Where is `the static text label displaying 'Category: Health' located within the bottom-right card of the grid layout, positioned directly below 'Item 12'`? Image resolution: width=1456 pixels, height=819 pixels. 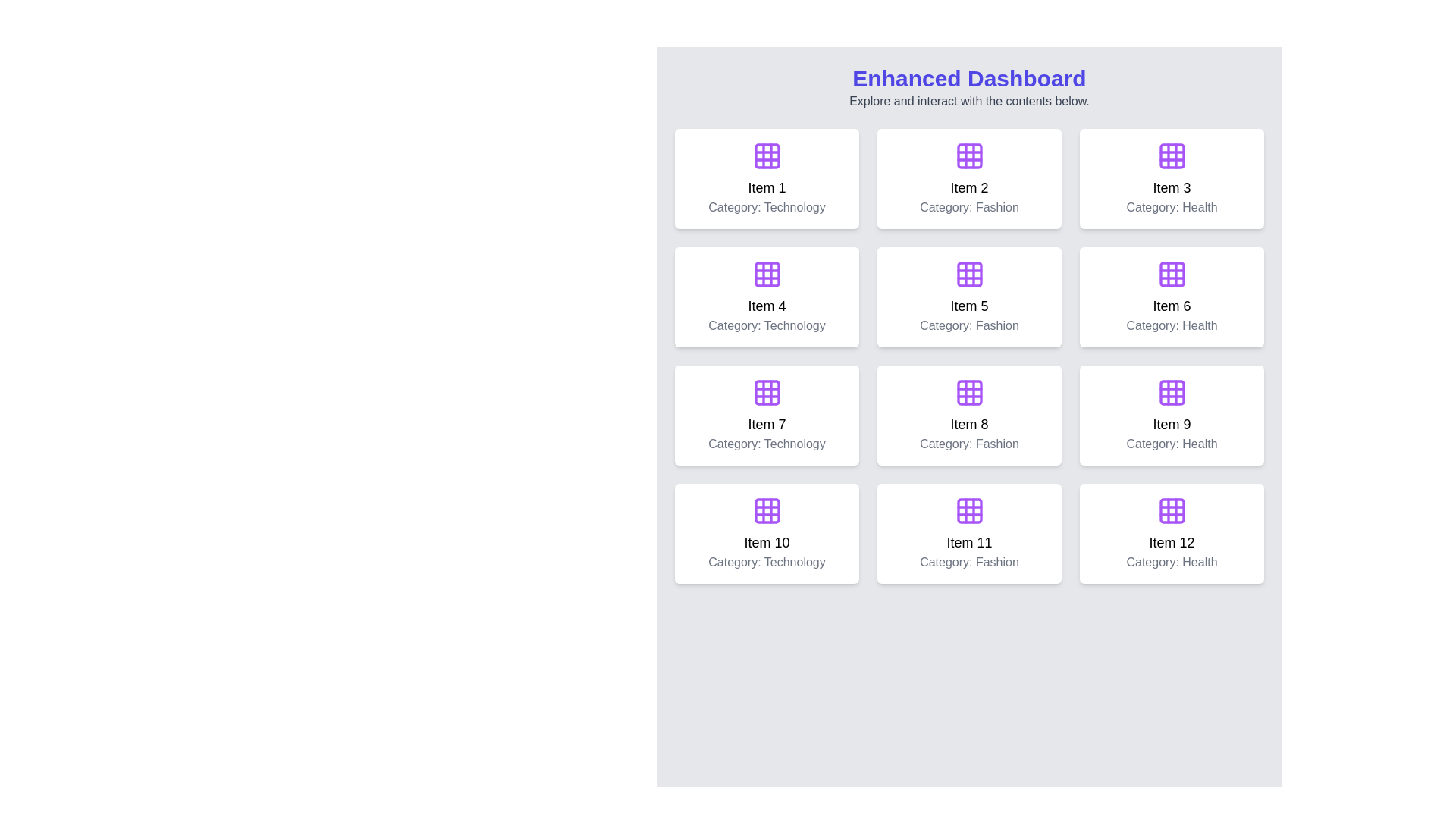
the static text label displaying 'Category: Health' located within the bottom-right card of the grid layout, positioned directly below 'Item 12' is located at coordinates (1171, 562).